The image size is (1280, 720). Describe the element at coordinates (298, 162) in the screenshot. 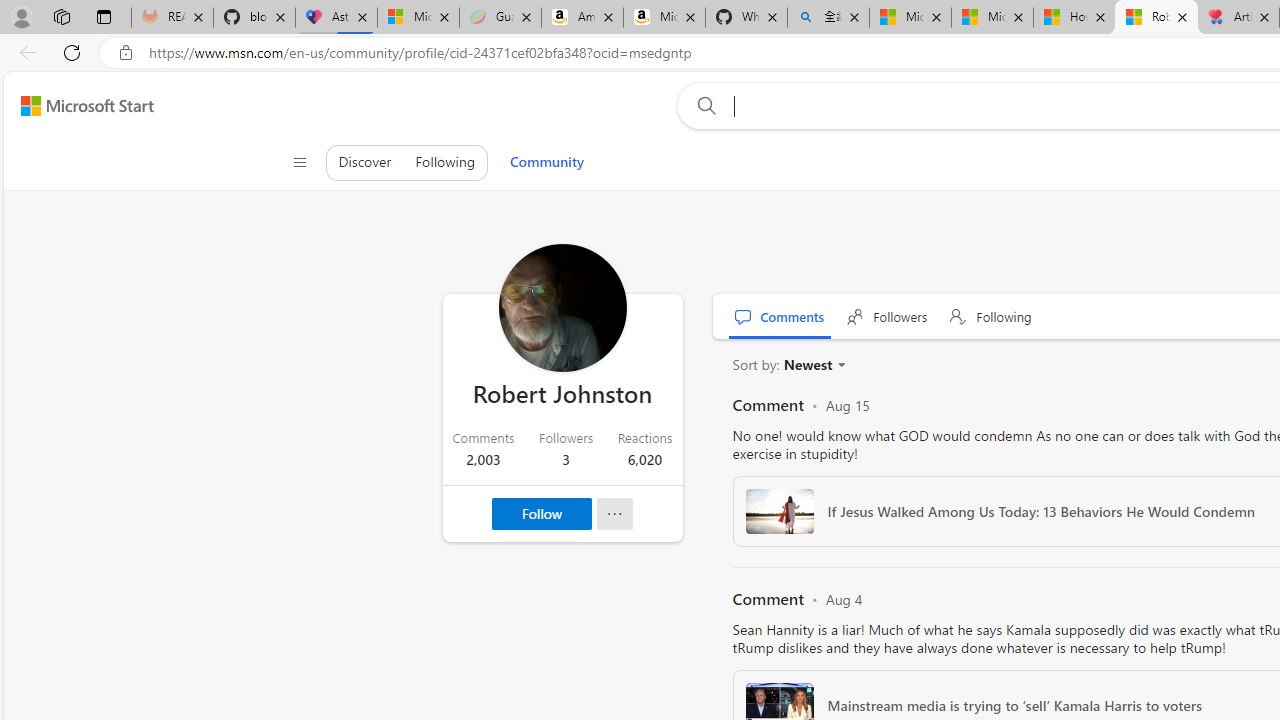

I see `'Class: control icon-only'` at that location.